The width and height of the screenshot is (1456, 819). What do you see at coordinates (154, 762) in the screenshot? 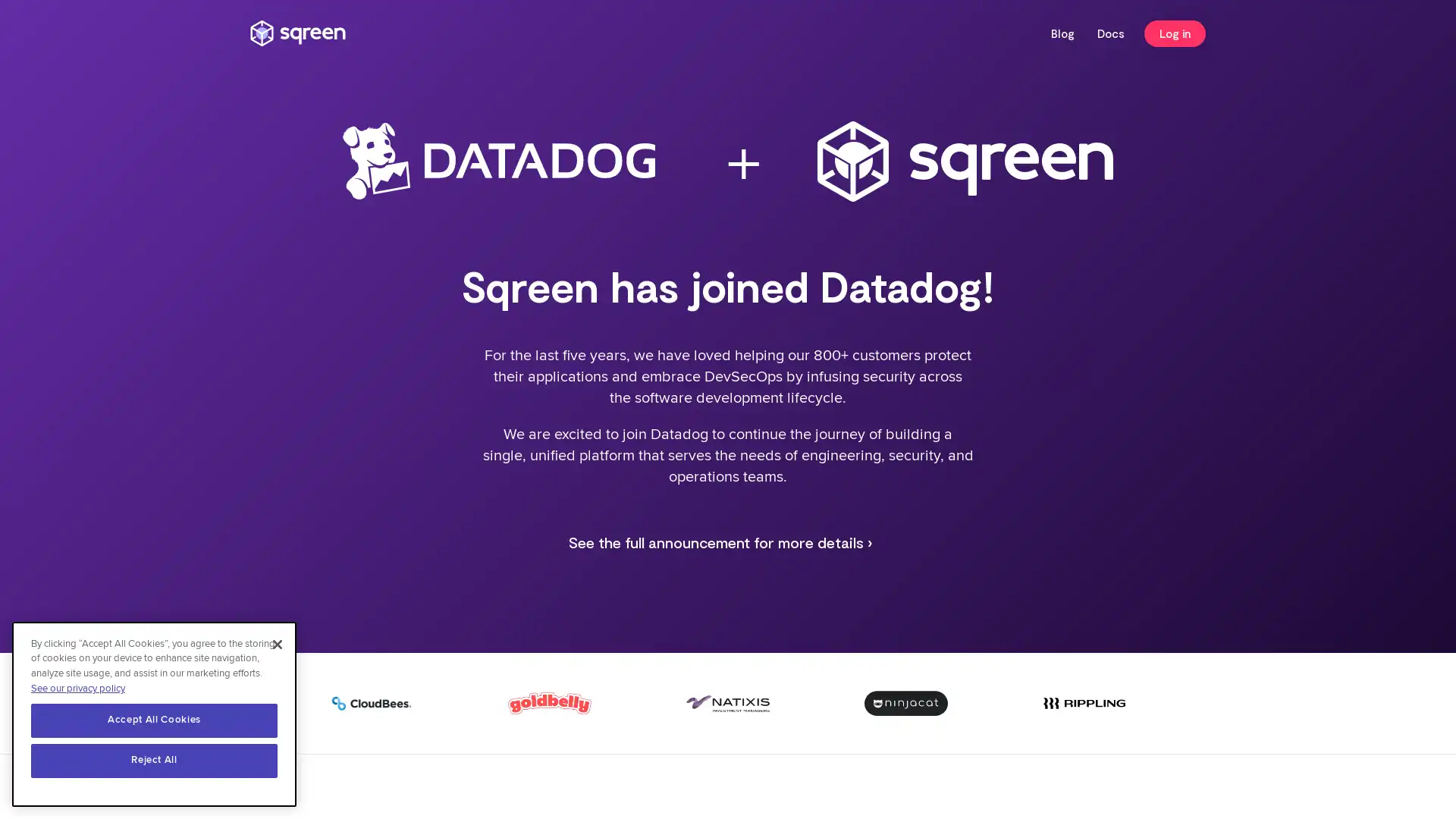
I see `Reject All` at bounding box center [154, 762].